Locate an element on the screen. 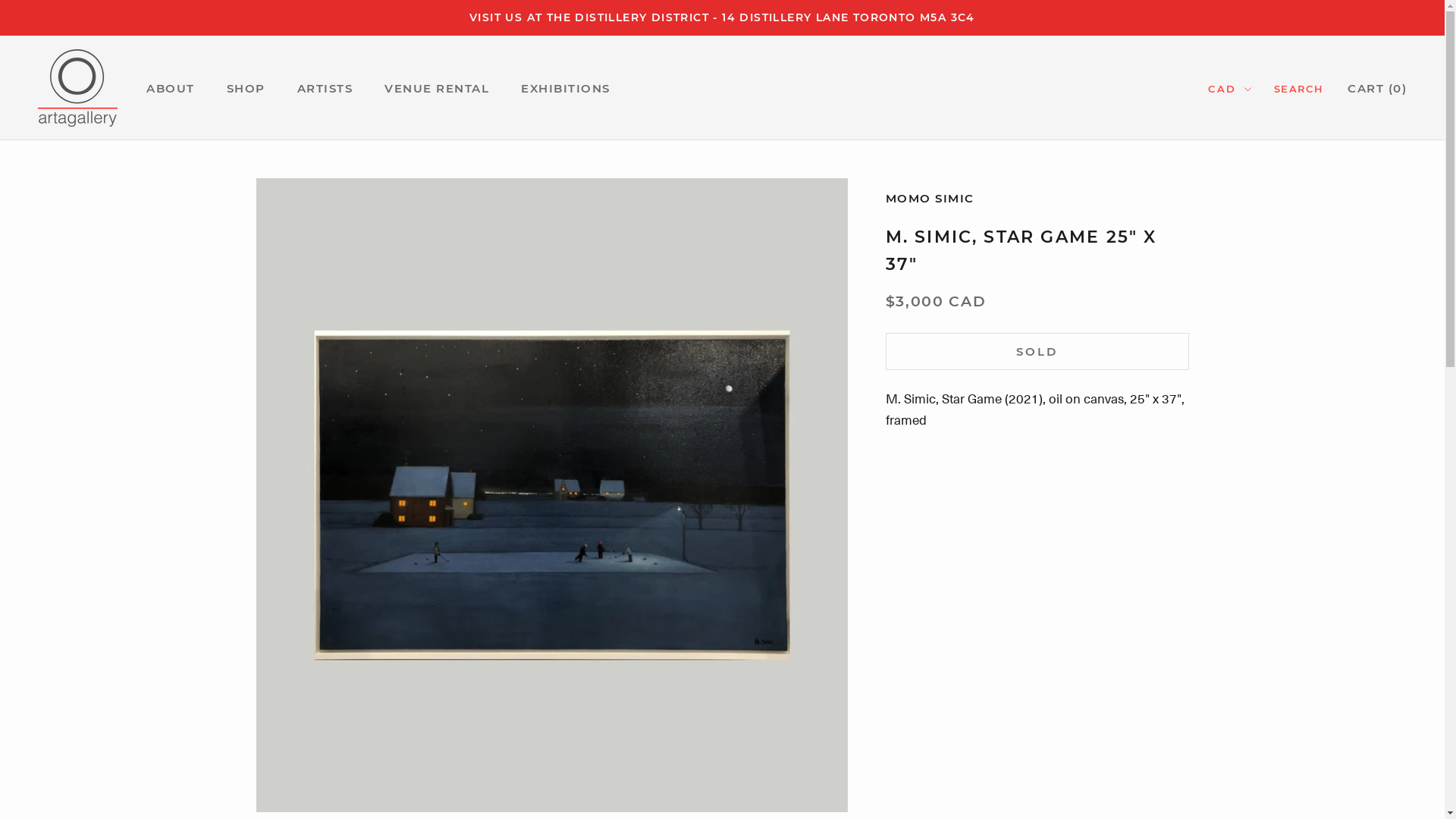  'SOLD' is located at coordinates (1037, 351).